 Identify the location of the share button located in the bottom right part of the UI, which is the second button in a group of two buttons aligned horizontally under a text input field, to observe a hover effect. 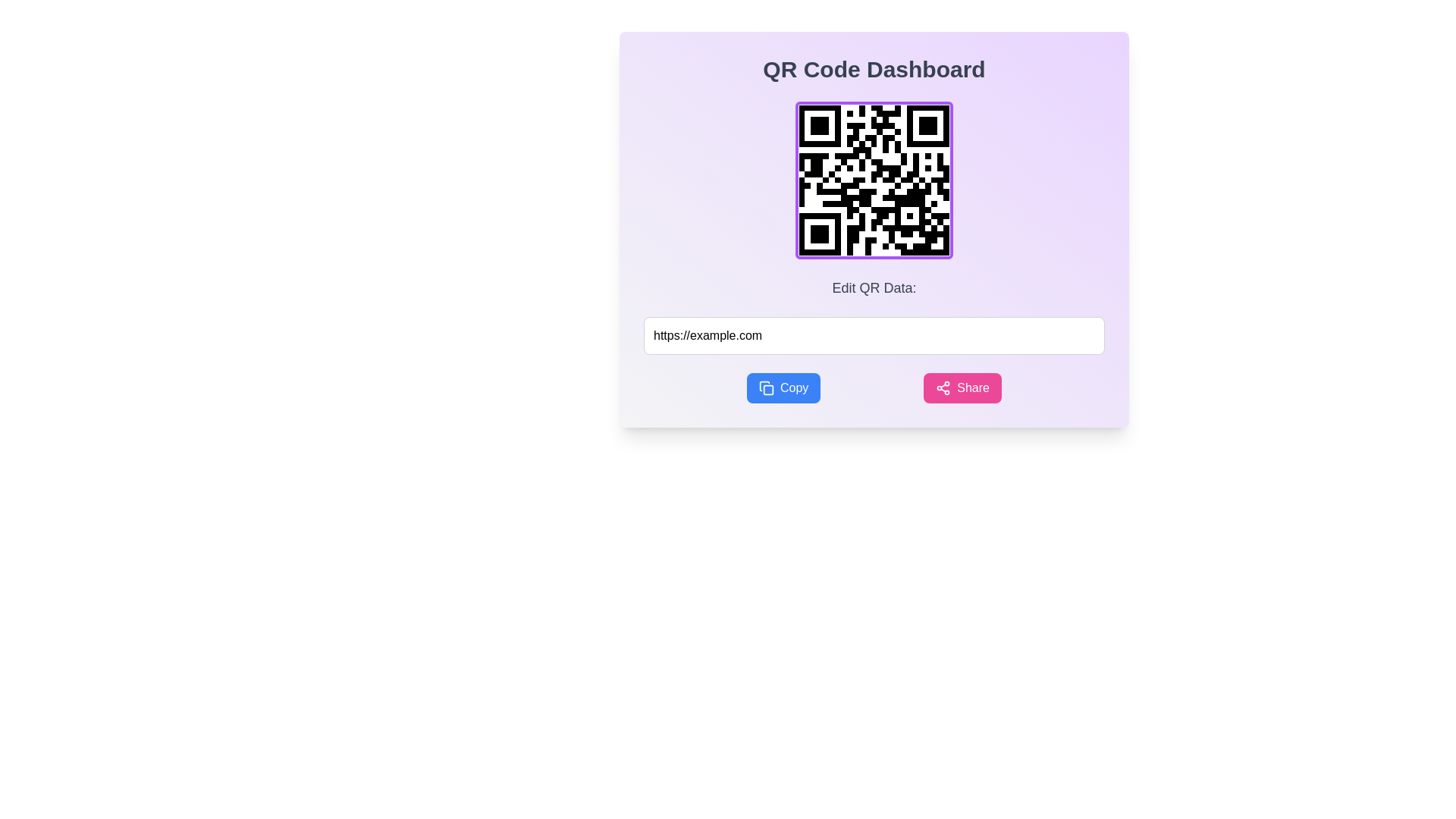
(962, 388).